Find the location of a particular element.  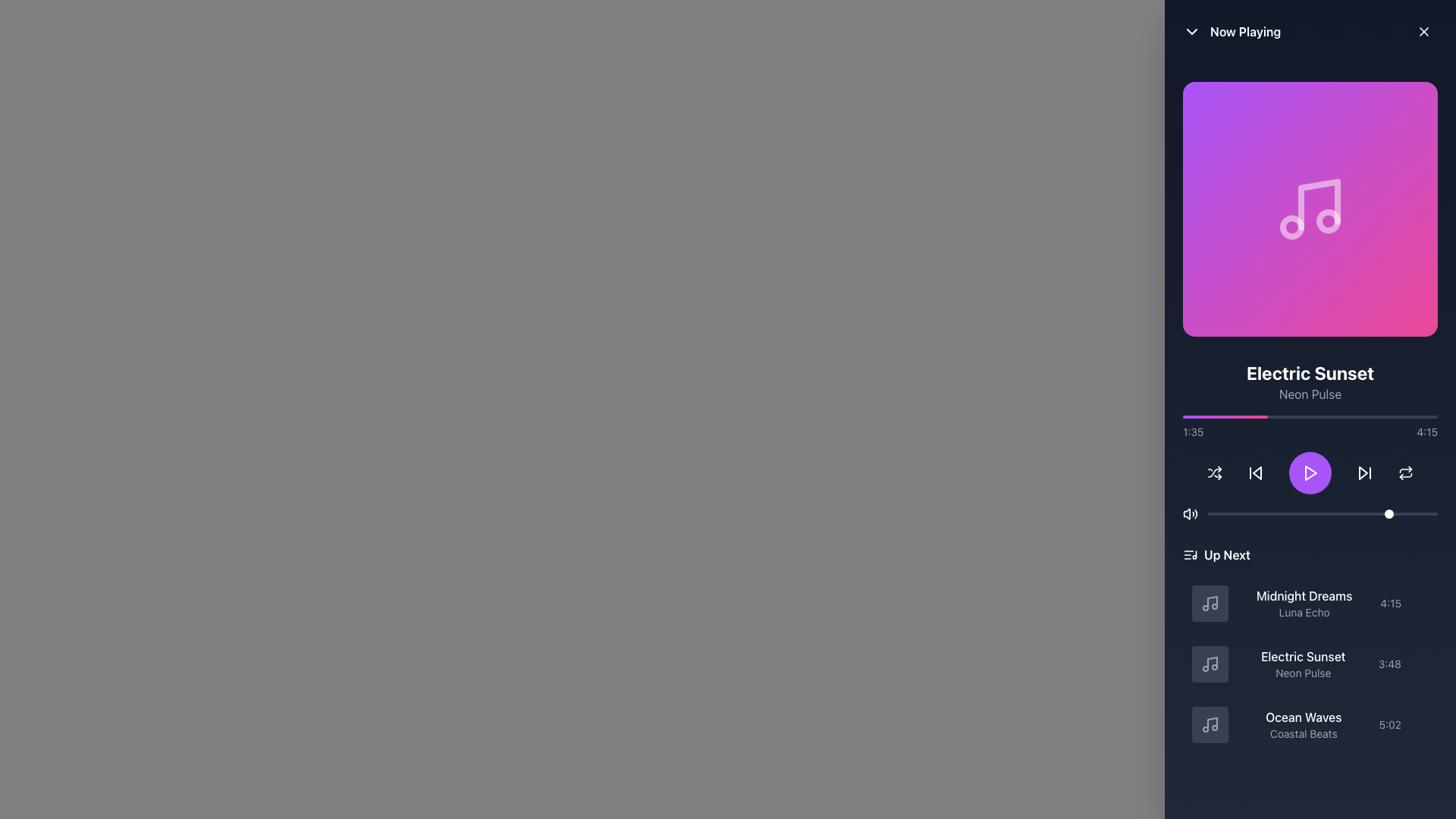

the Floating Action Button (FAB) located at the bottom-right corner of the interface is located at coordinates (1425, 788).